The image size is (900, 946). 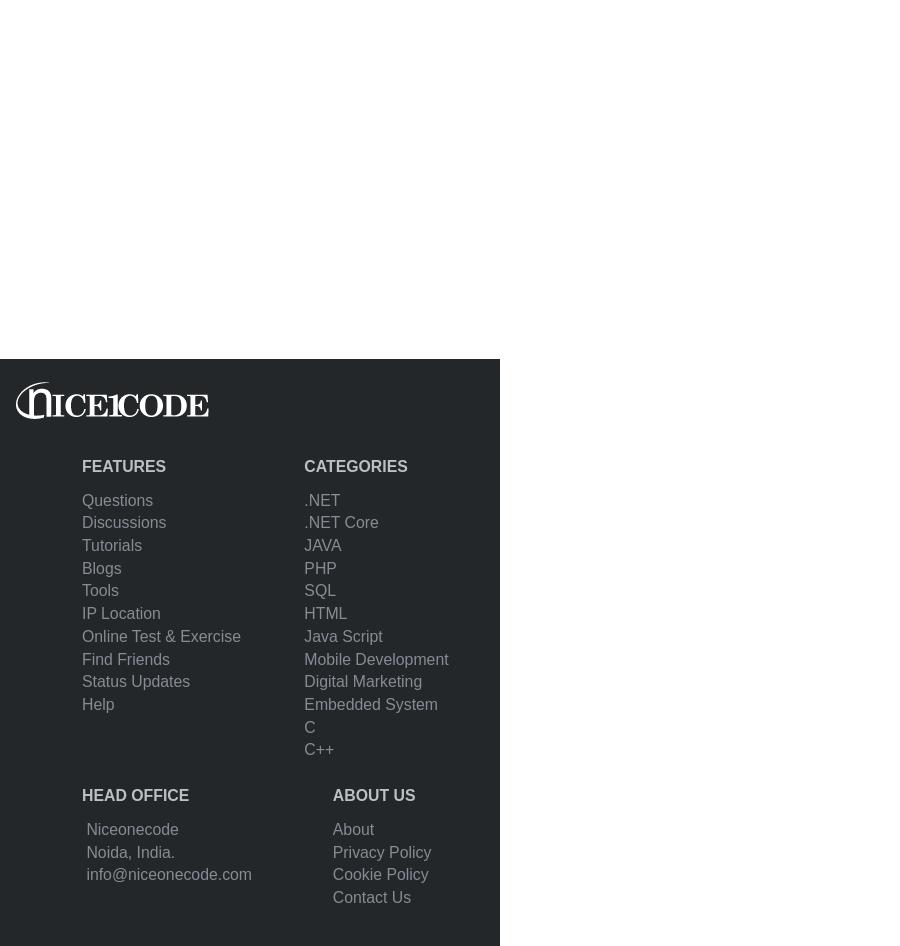 I want to click on '.NET', so click(x=321, y=499).